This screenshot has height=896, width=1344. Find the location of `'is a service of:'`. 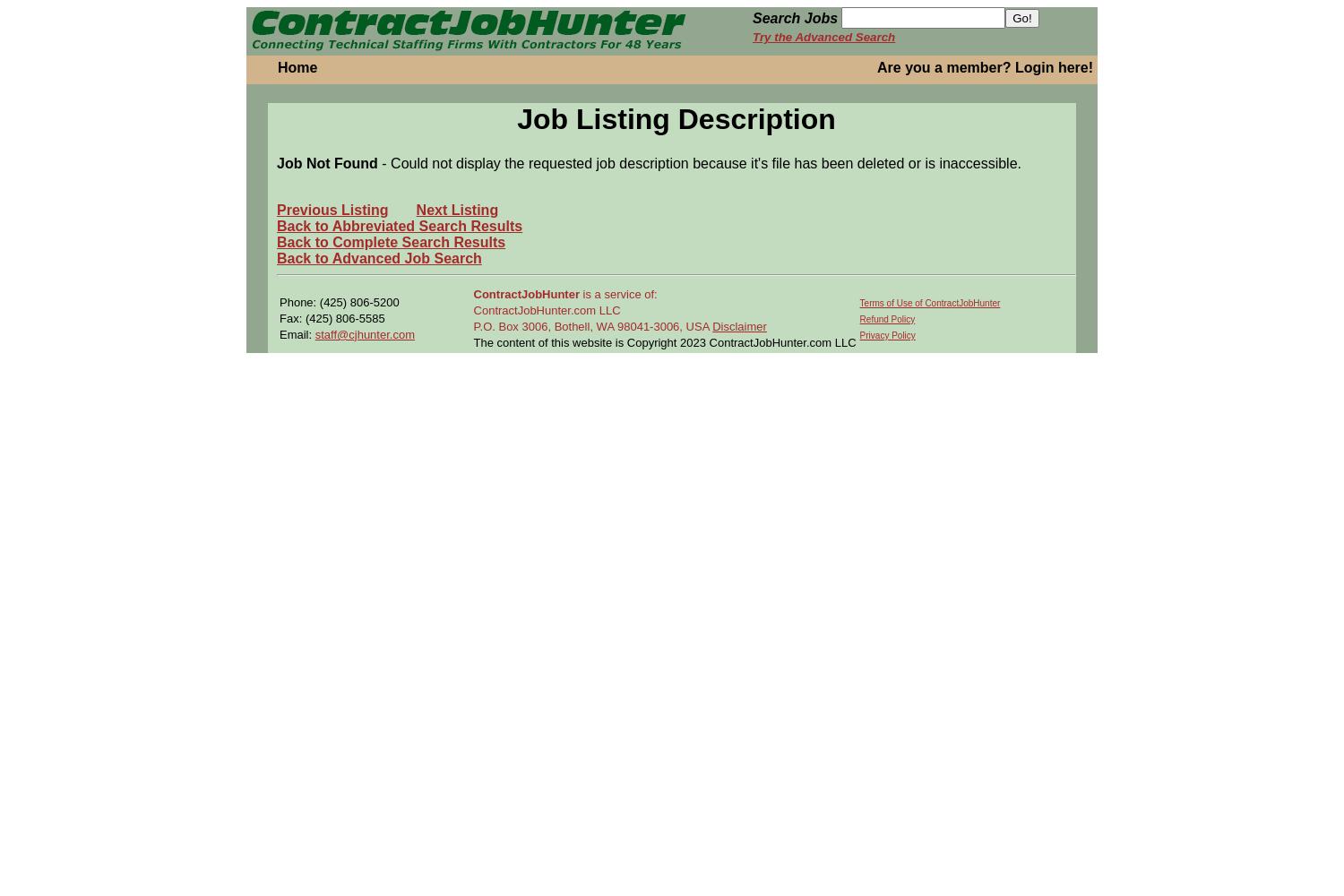

'is a service of:' is located at coordinates (616, 292).